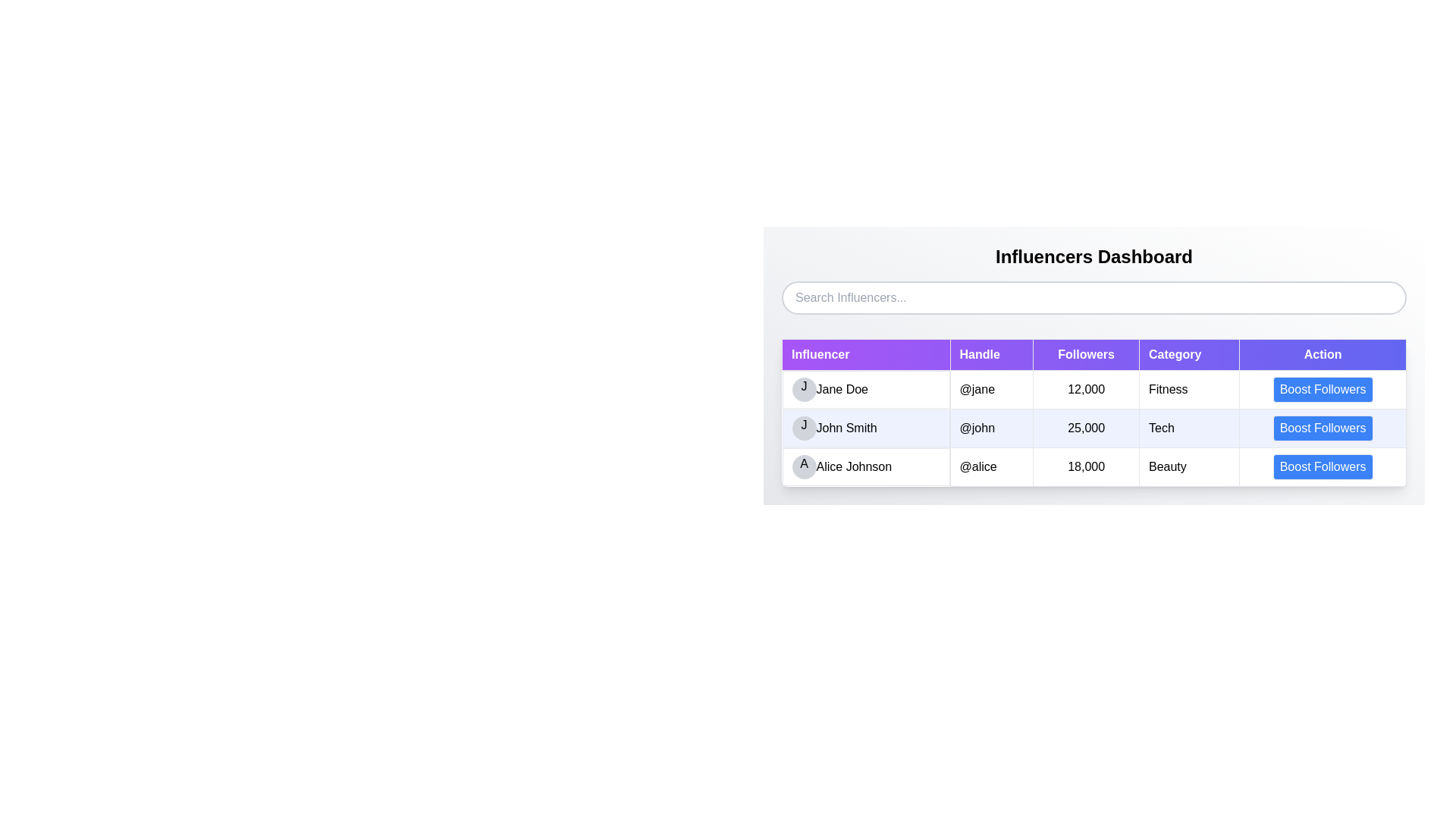  Describe the element at coordinates (803, 388) in the screenshot. I see `the Profile icon, which is a circular icon with a gray background and a black letter 'J', located to the left of 'Jane Doe' in the Influencer column` at that location.